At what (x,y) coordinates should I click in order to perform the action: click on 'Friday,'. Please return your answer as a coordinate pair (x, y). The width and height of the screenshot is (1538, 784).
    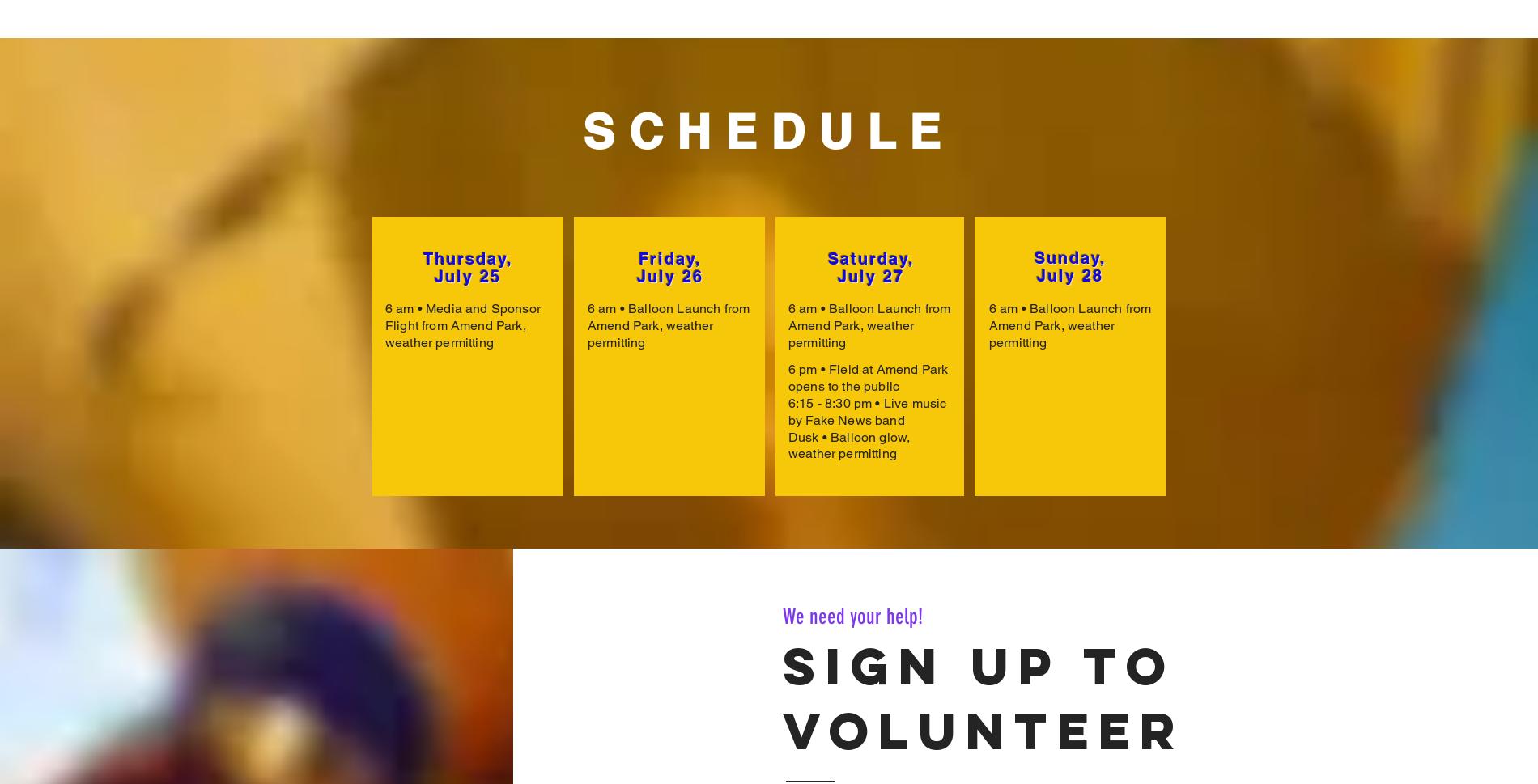
    Looking at the image, I should click on (669, 257).